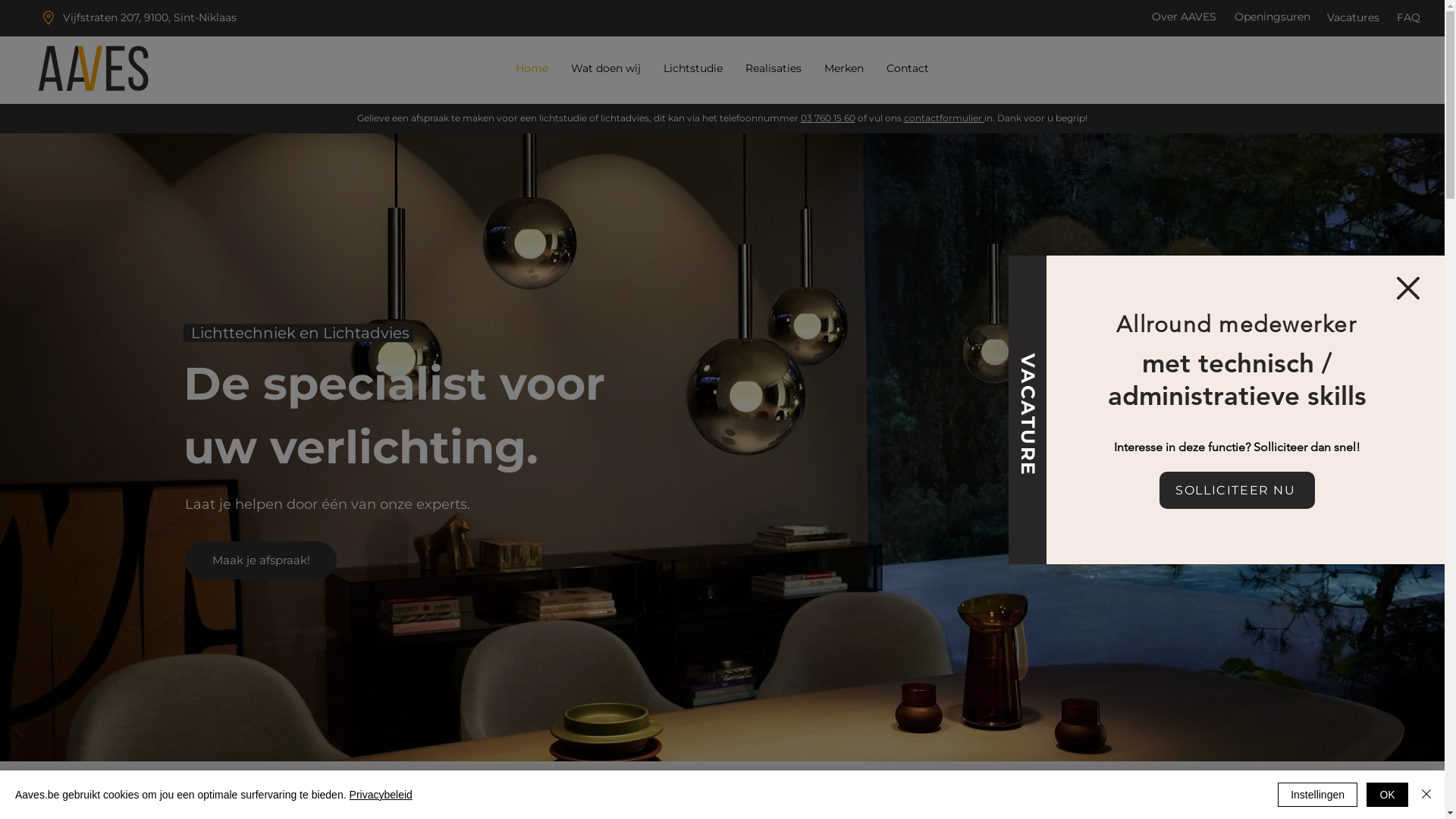 This screenshot has height=819, width=1456. I want to click on 'Merken', so click(843, 68).